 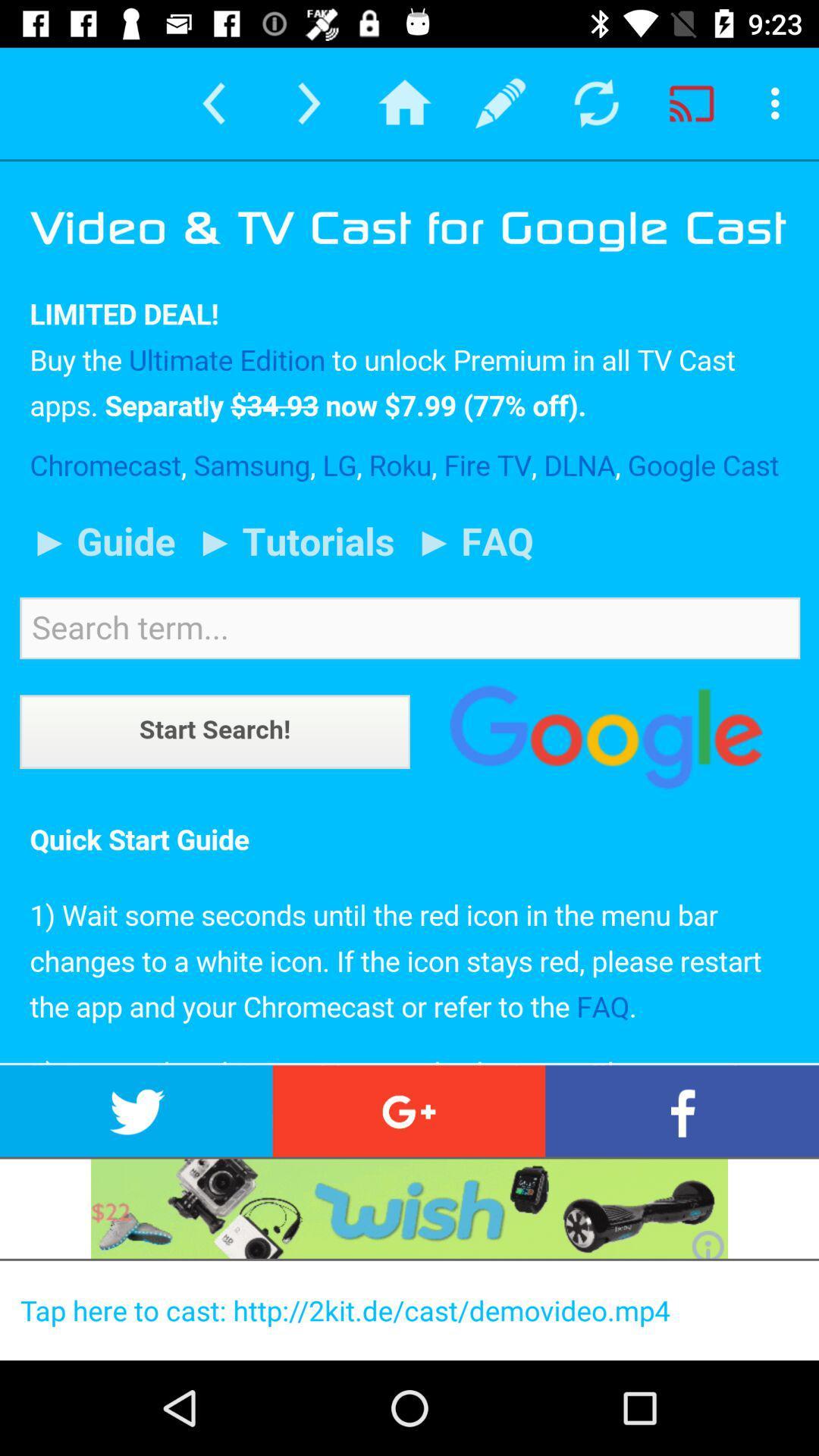 What do you see at coordinates (409, 1208) in the screenshot?
I see `click the wish advertisement` at bounding box center [409, 1208].